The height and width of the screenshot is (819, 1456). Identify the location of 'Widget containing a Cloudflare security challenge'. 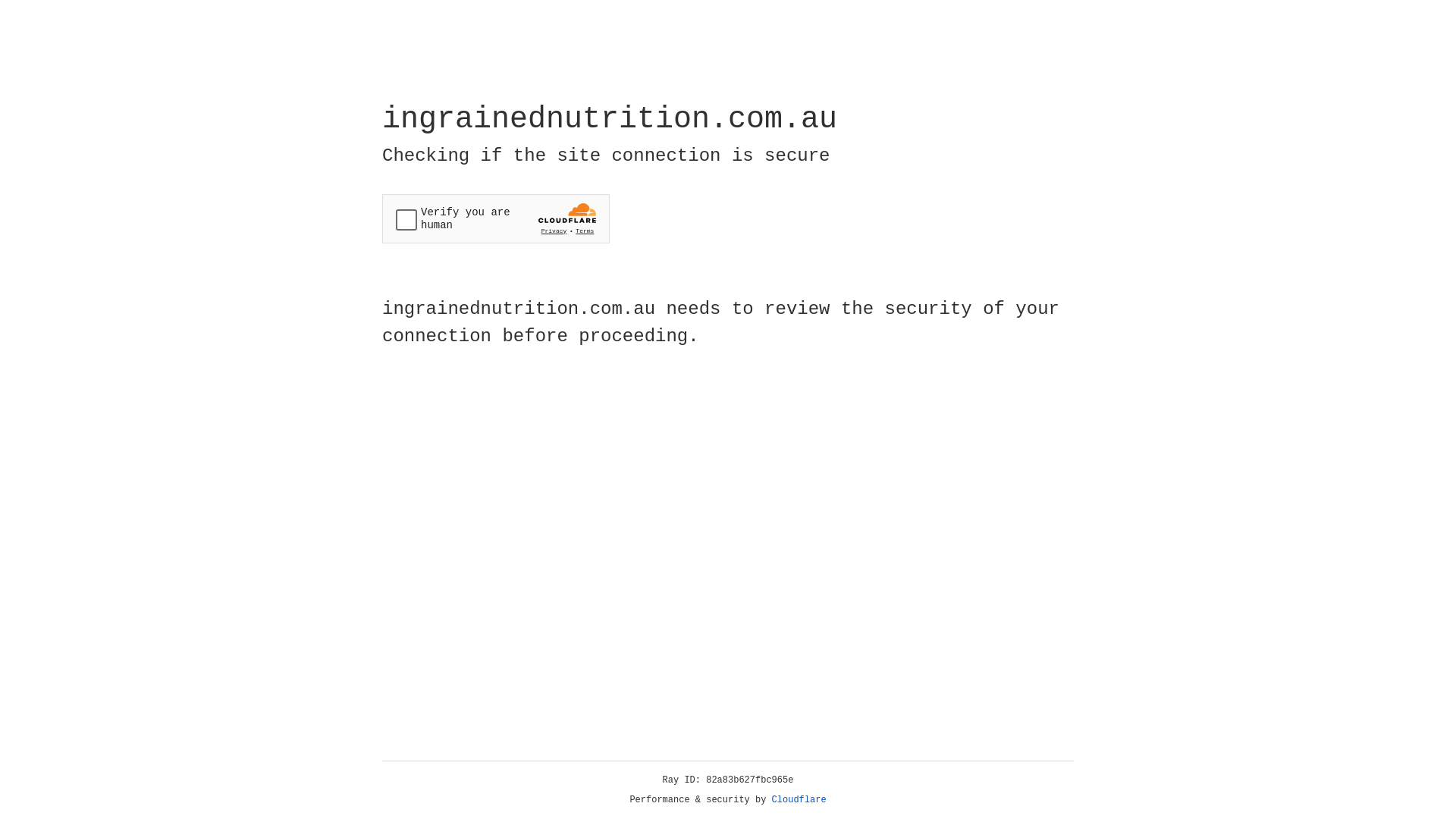
(495, 218).